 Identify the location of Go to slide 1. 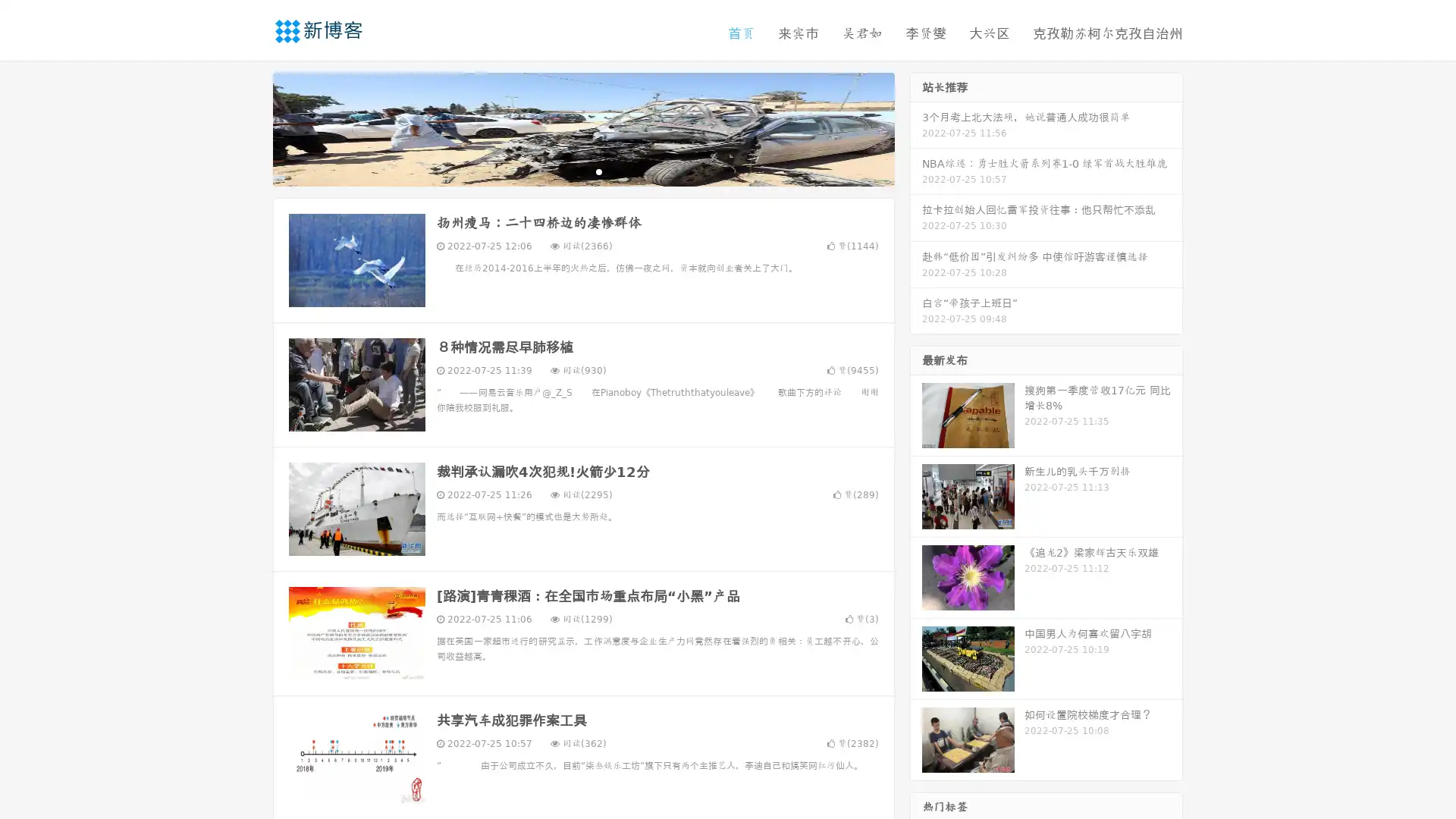
(567, 171).